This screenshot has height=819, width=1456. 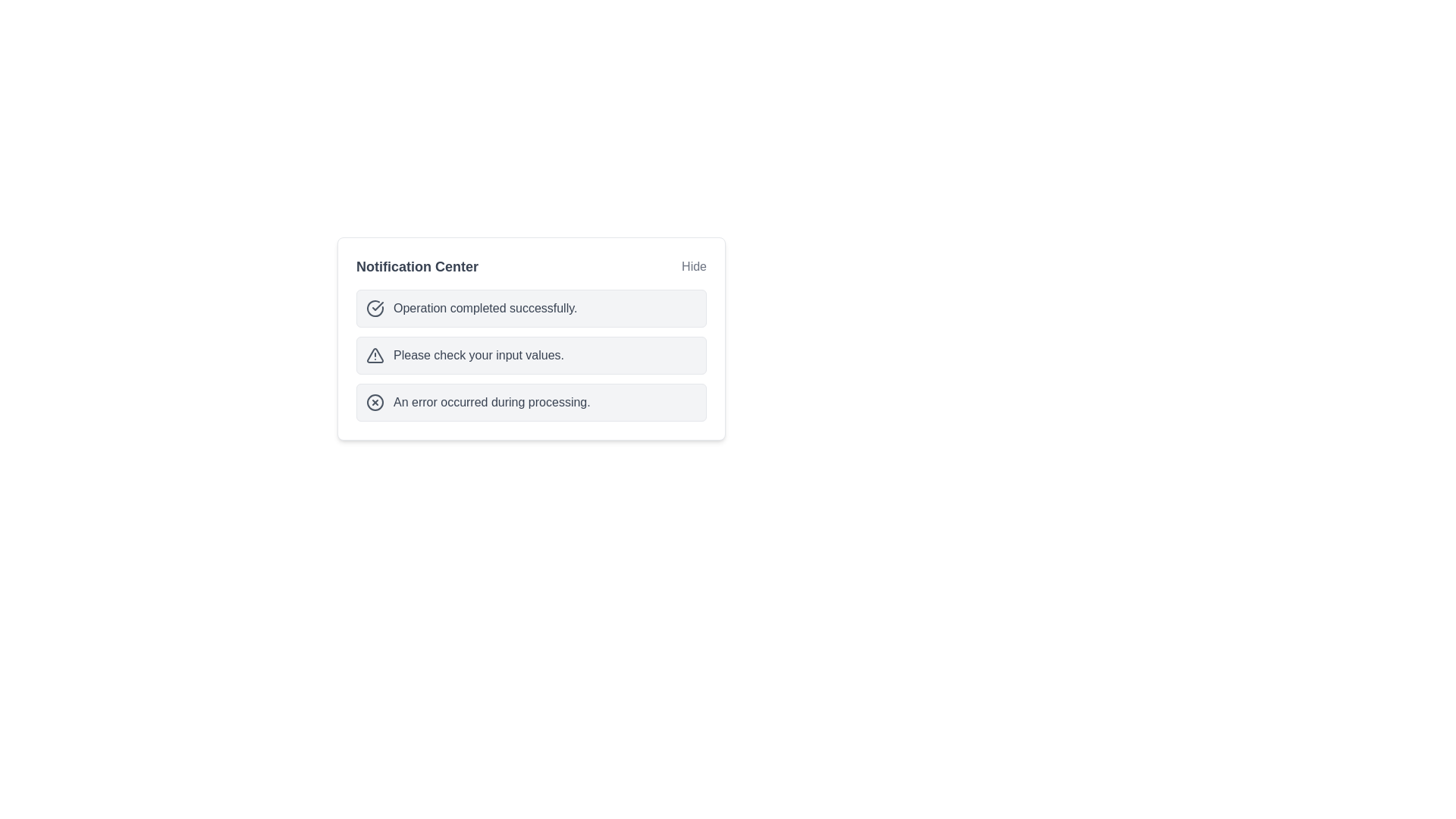 What do you see at coordinates (531, 356) in the screenshot?
I see `the notification list displayed in the 'Notification Center' card, which includes messages about operation status, input values, and error processing` at bounding box center [531, 356].